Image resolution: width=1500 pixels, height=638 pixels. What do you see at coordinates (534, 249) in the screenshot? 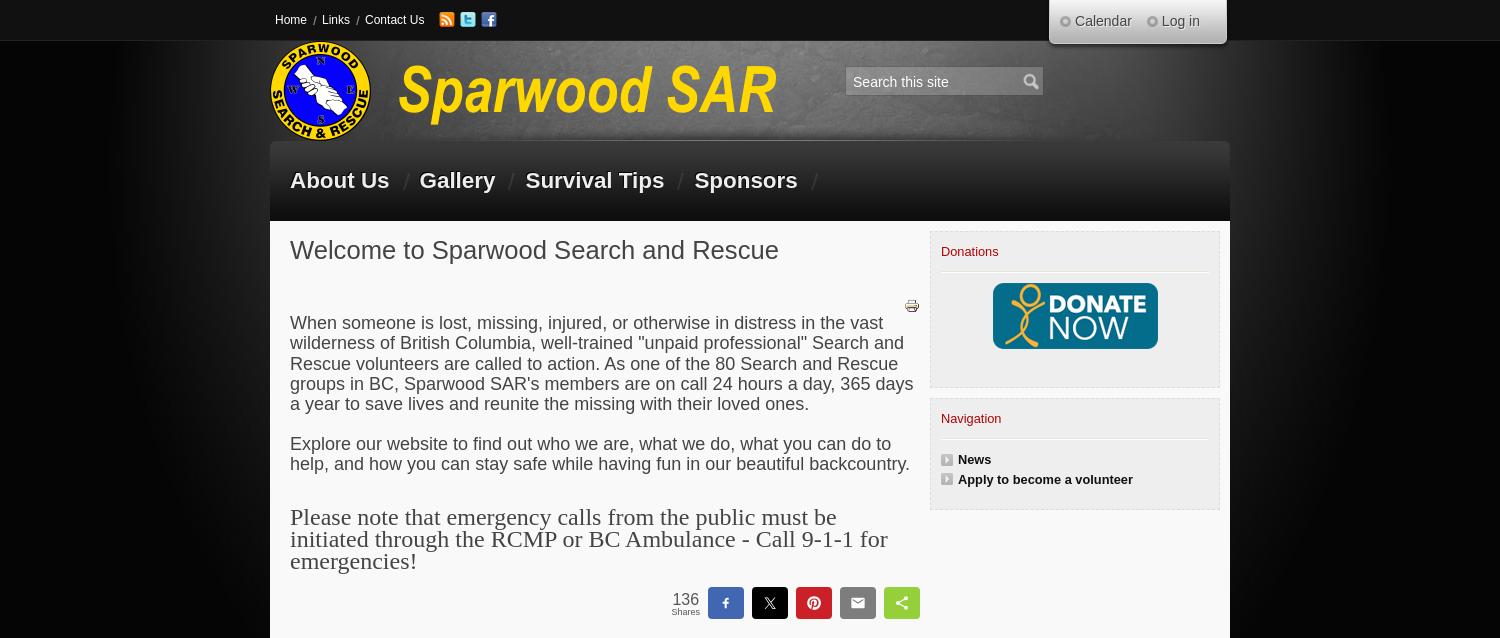
I see `'Welcome to Sparwood Search and Rescue'` at bounding box center [534, 249].